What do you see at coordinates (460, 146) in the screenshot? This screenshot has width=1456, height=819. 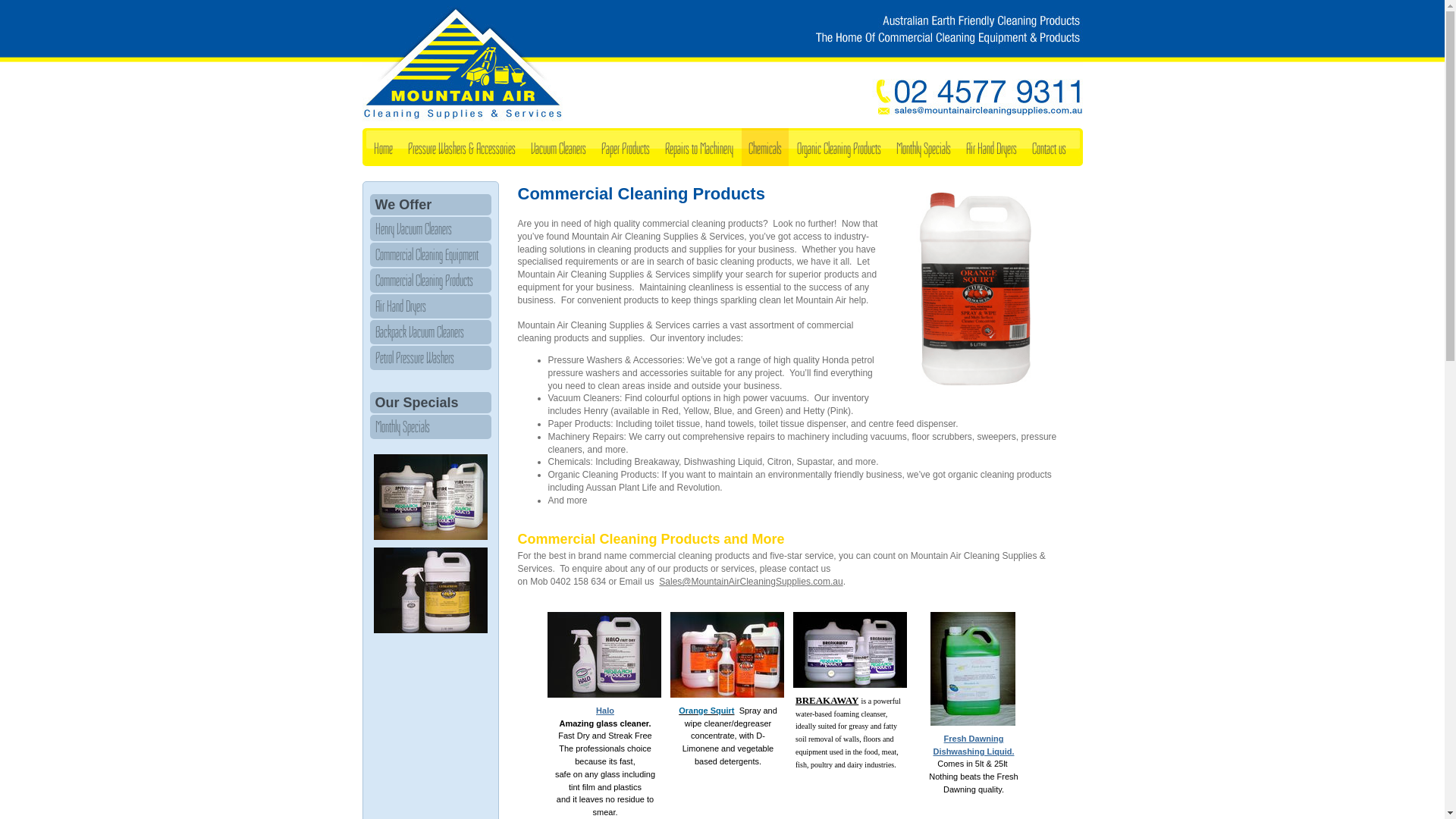 I see `'Pressure Washers & Accessories'` at bounding box center [460, 146].